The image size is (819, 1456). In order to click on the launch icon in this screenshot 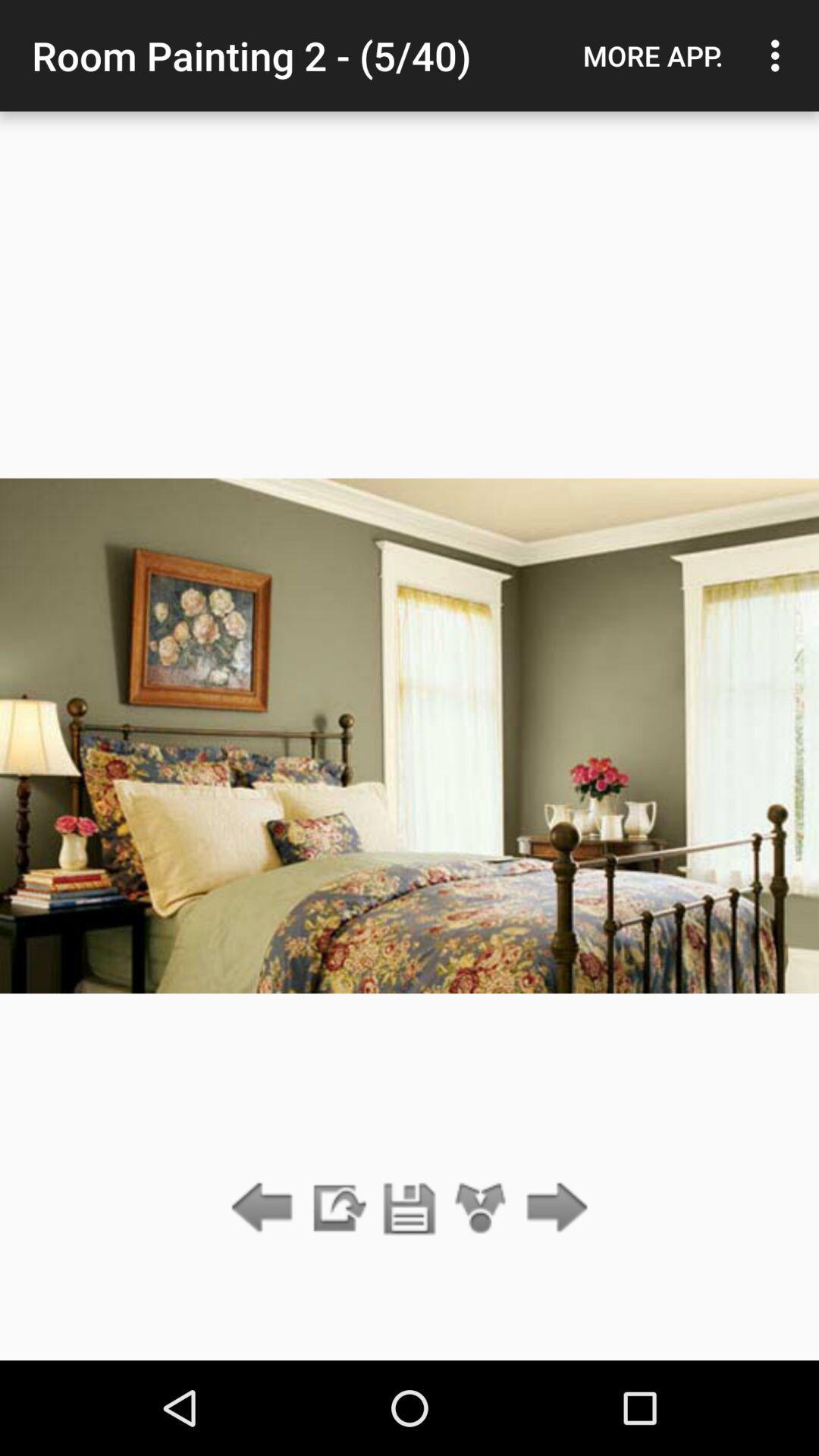, I will do `click(337, 1208)`.